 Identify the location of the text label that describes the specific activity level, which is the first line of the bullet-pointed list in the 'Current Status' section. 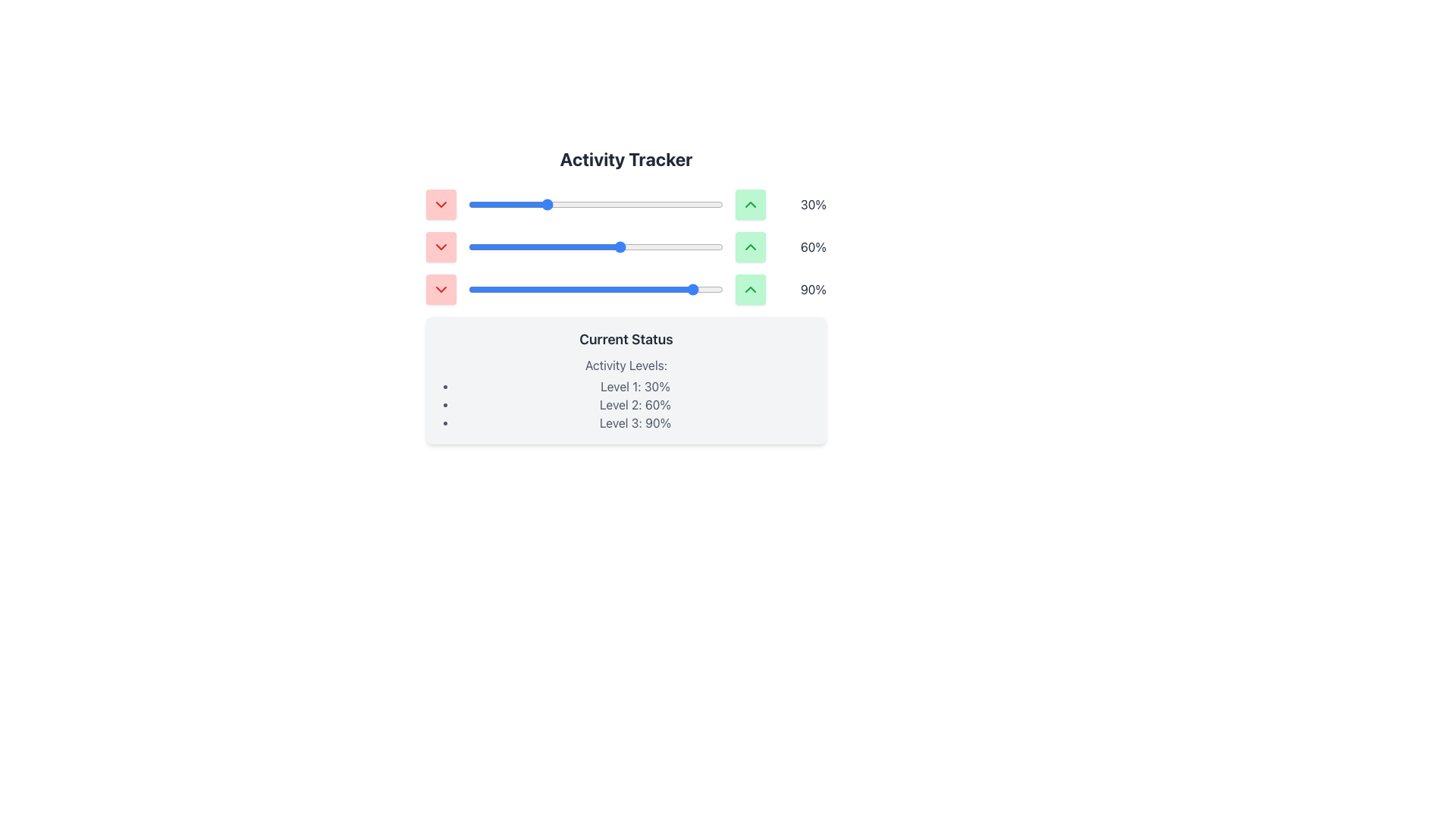
(635, 385).